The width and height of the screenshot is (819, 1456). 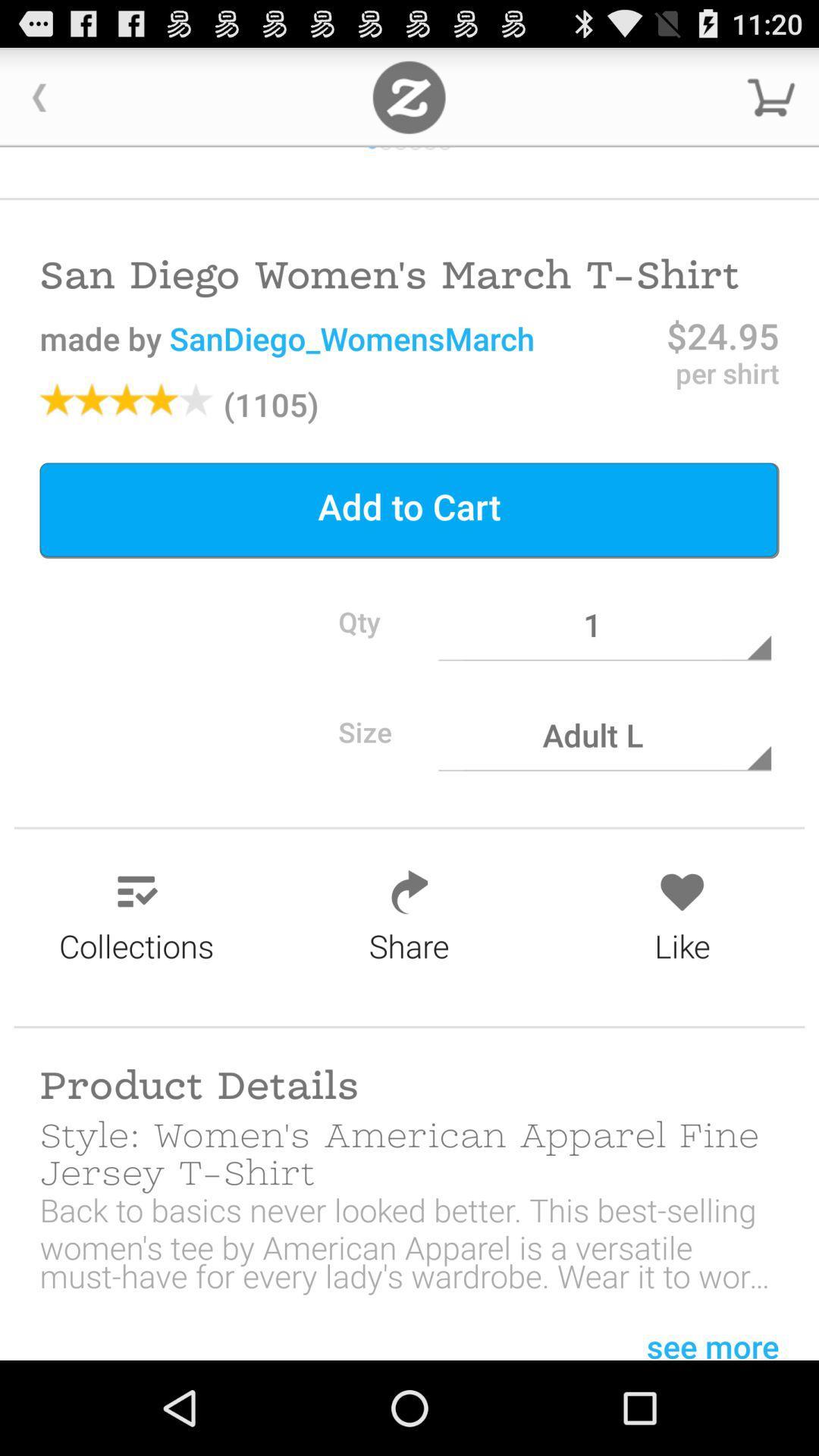 I want to click on the cart icon, so click(x=771, y=103).